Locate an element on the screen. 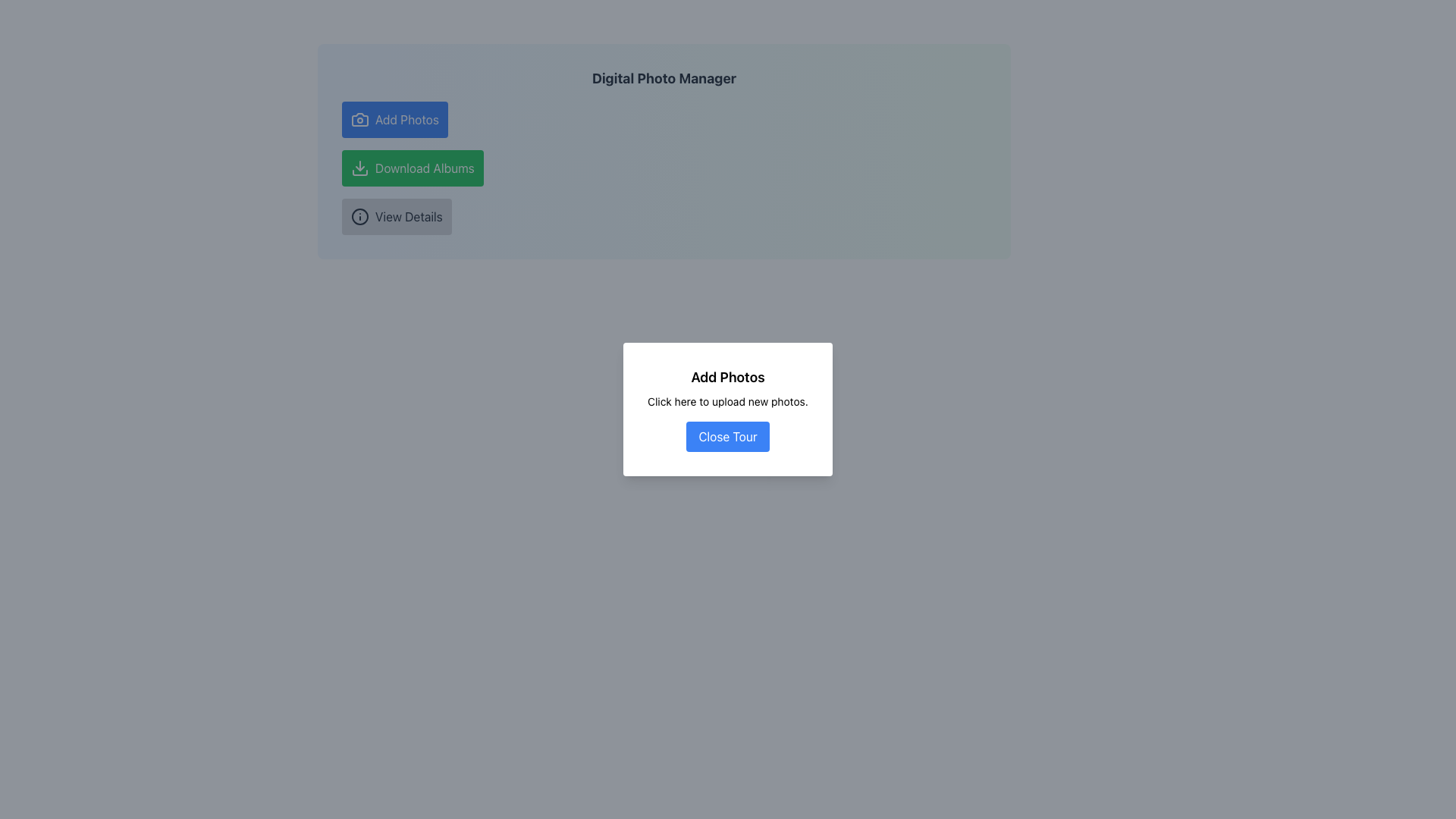  the text label within the button component that is located below the green 'Download Albums' button is located at coordinates (409, 216).